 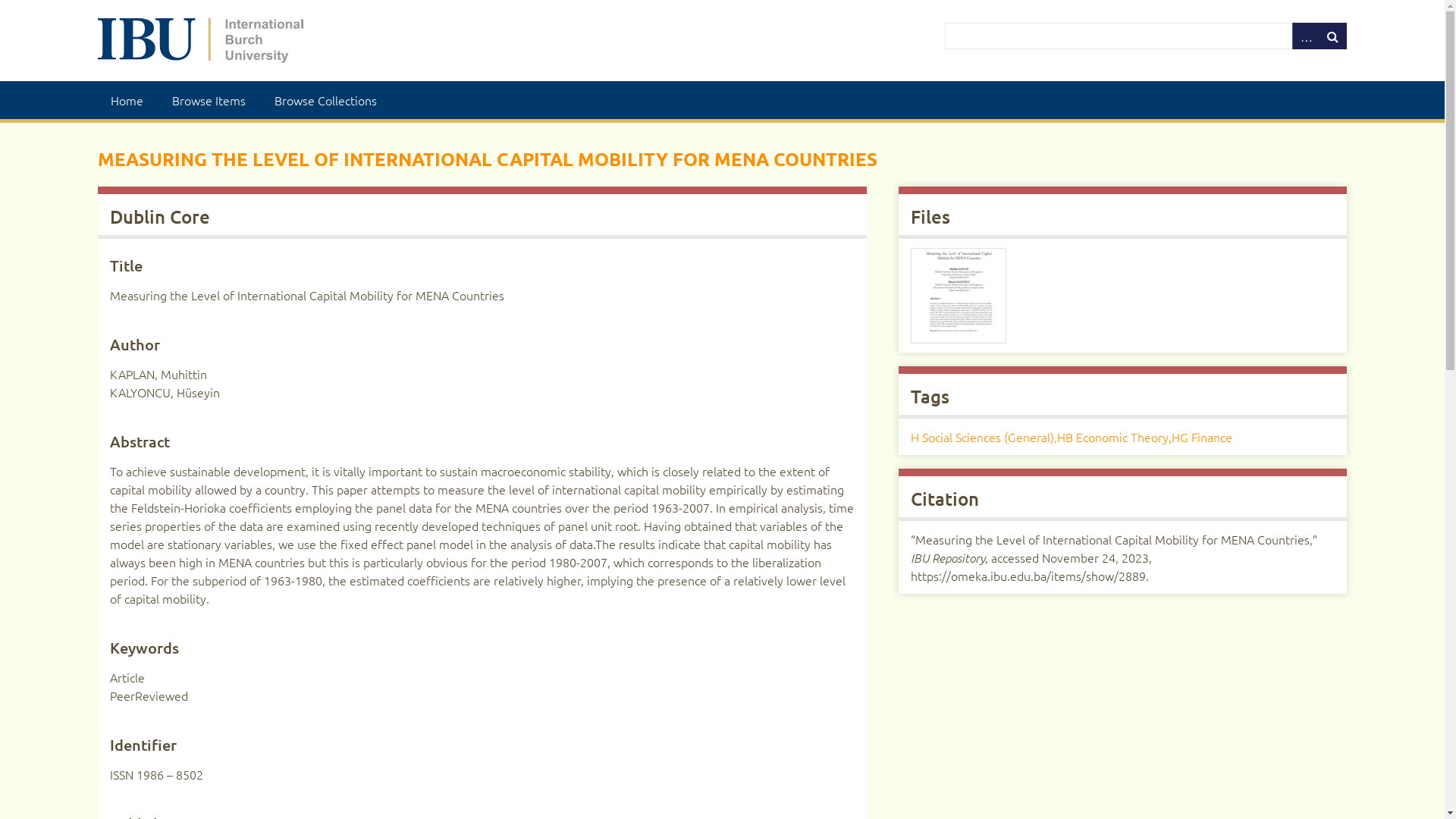 I want to click on 'Browse Items', so click(x=208, y=99).